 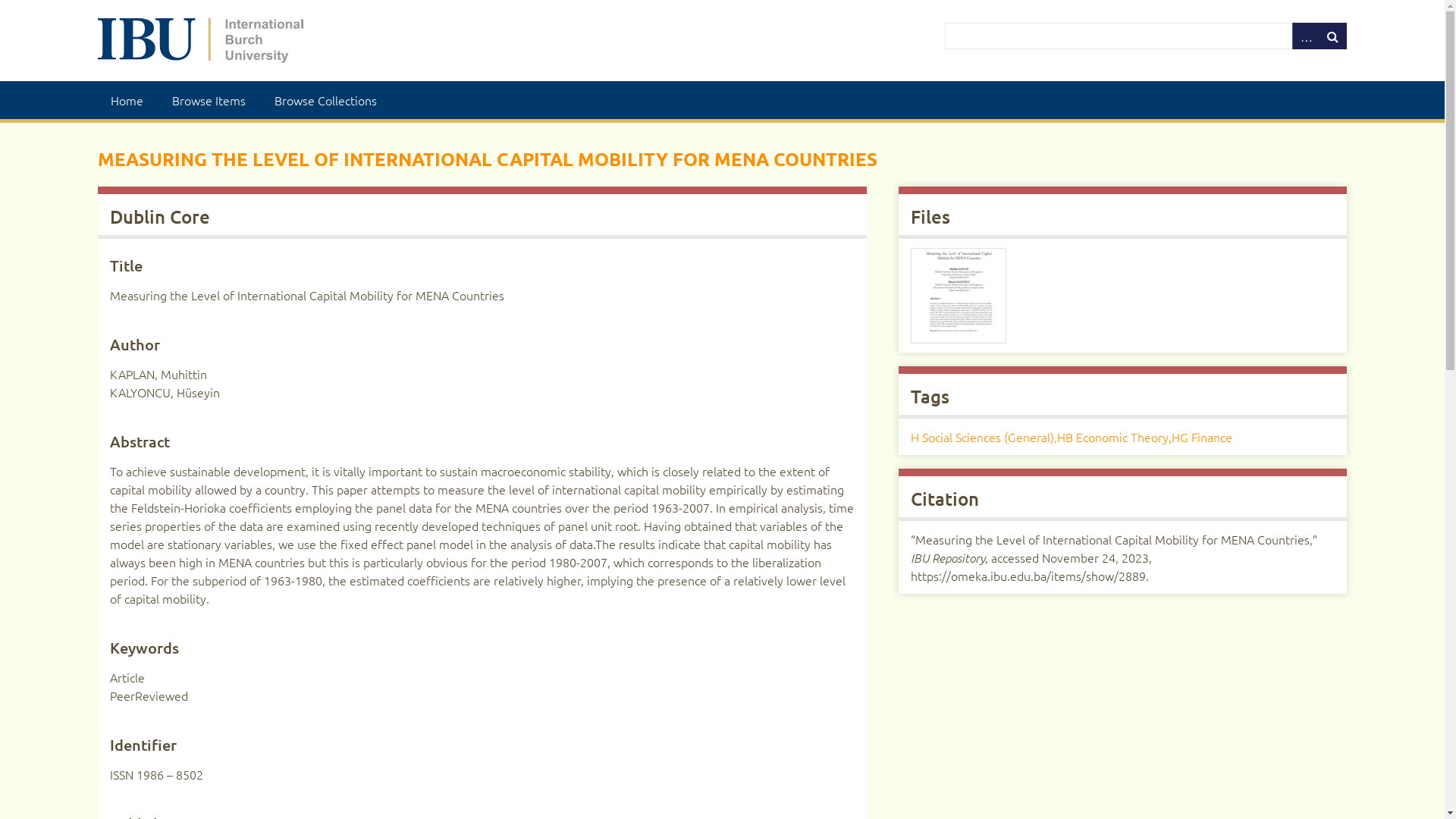 I want to click on 'Browse Items', so click(x=208, y=99).